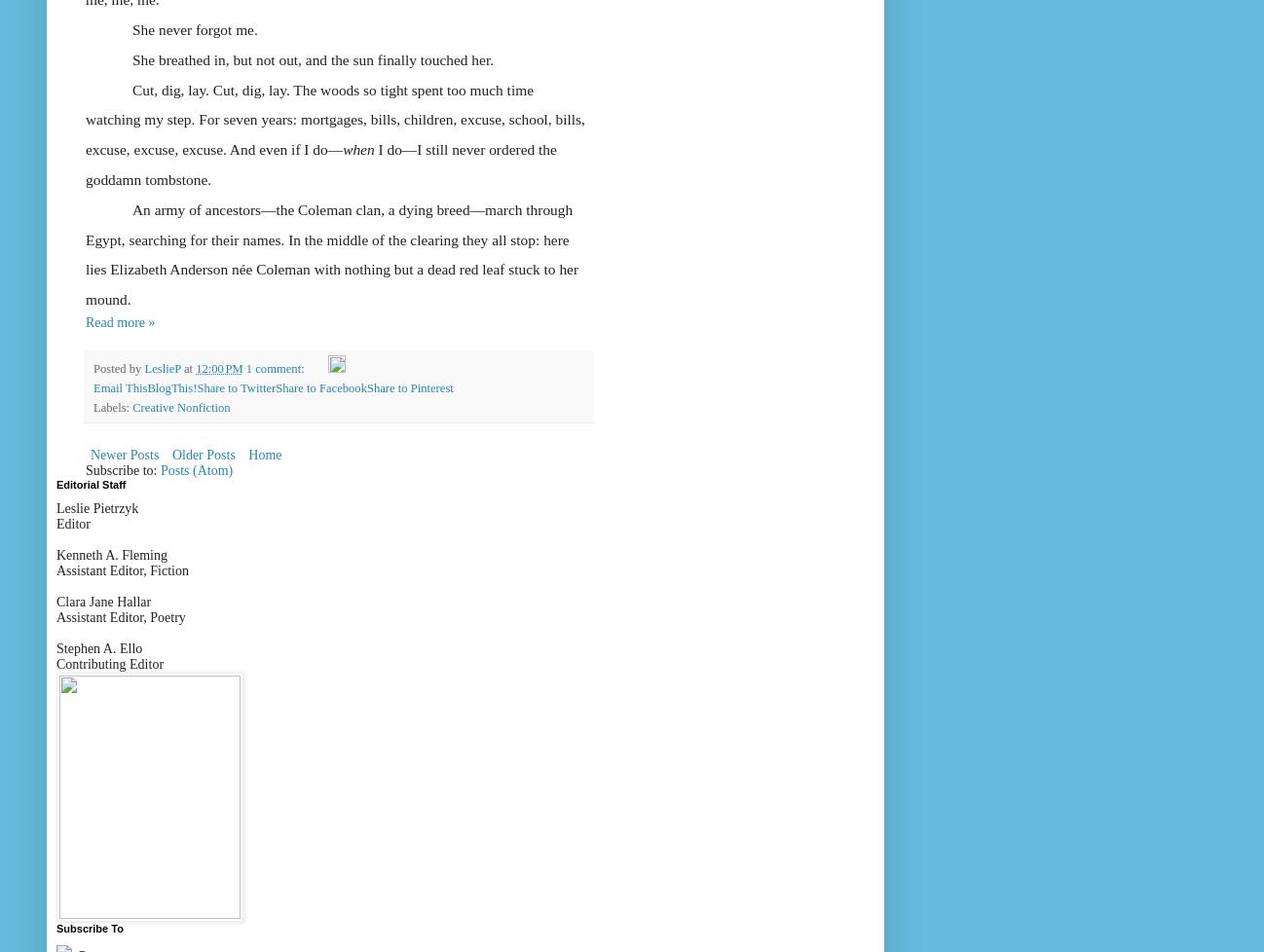 The height and width of the screenshot is (952, 1264). Describe the element at coordinates (242, 268) in the screenshot. I see `'née'` at that location.